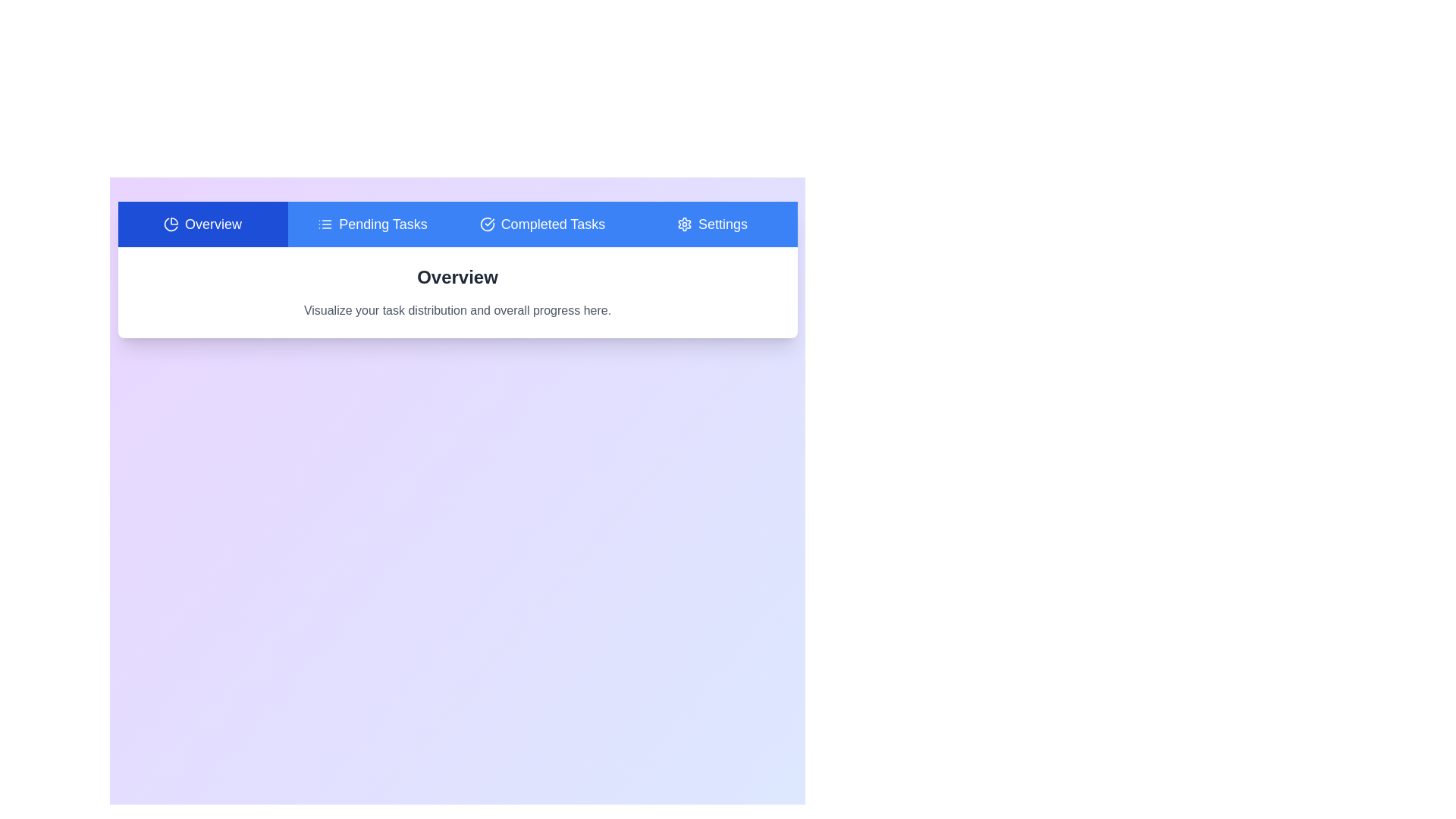 Image resolution: width=1456 pixels, height=819 pixels. Describe the element at coordinates (202, 224) in the screenshot. I see `the tab labeled Overview to observe its hover effect` at that location.